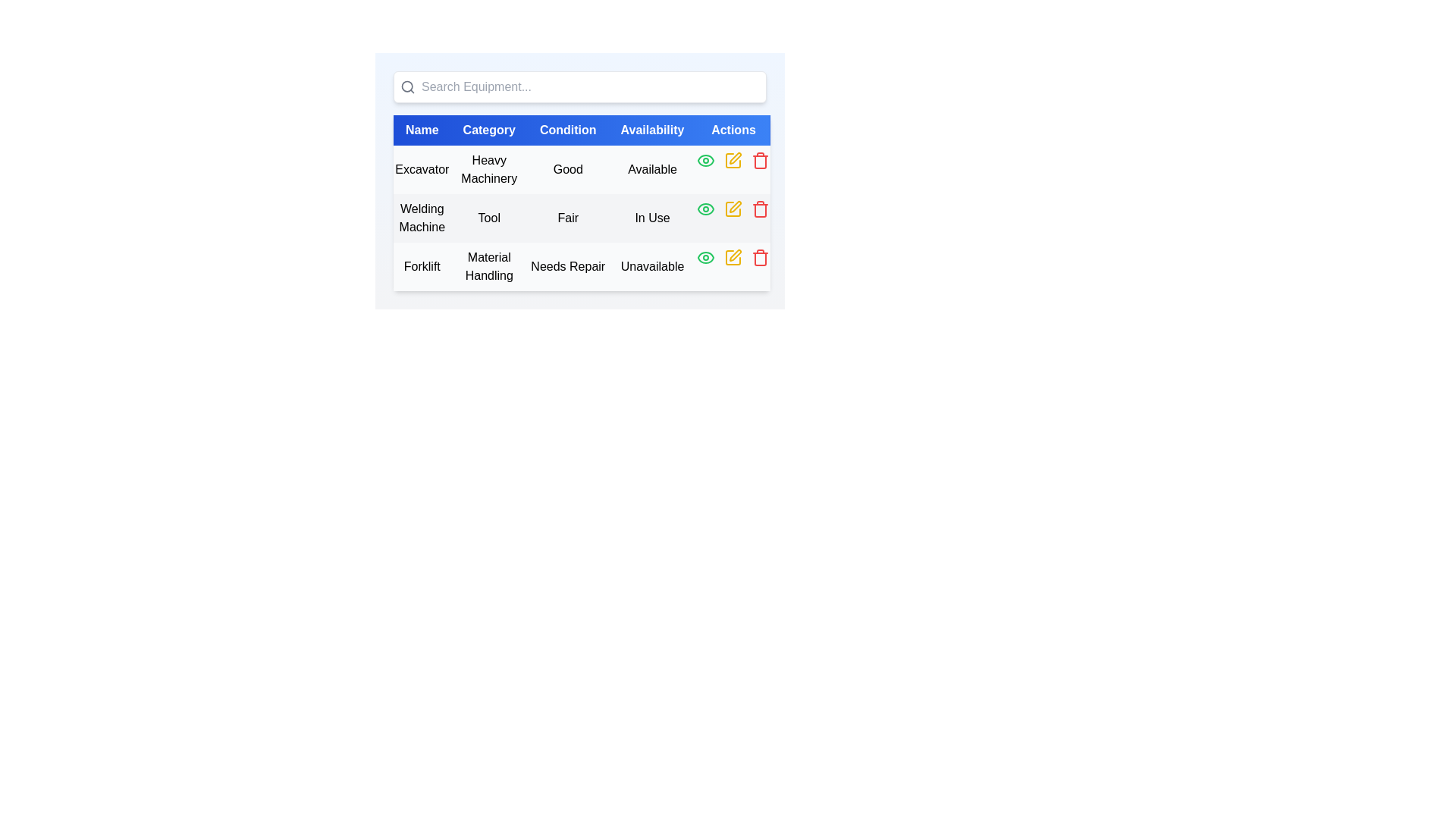 The image size is (1456, 819). Describe the element at coordinates (422, 265) in the screenshot. I see `the text label displaying 'Forklift' in black font, located in the first column of the third row of the table` at that location.